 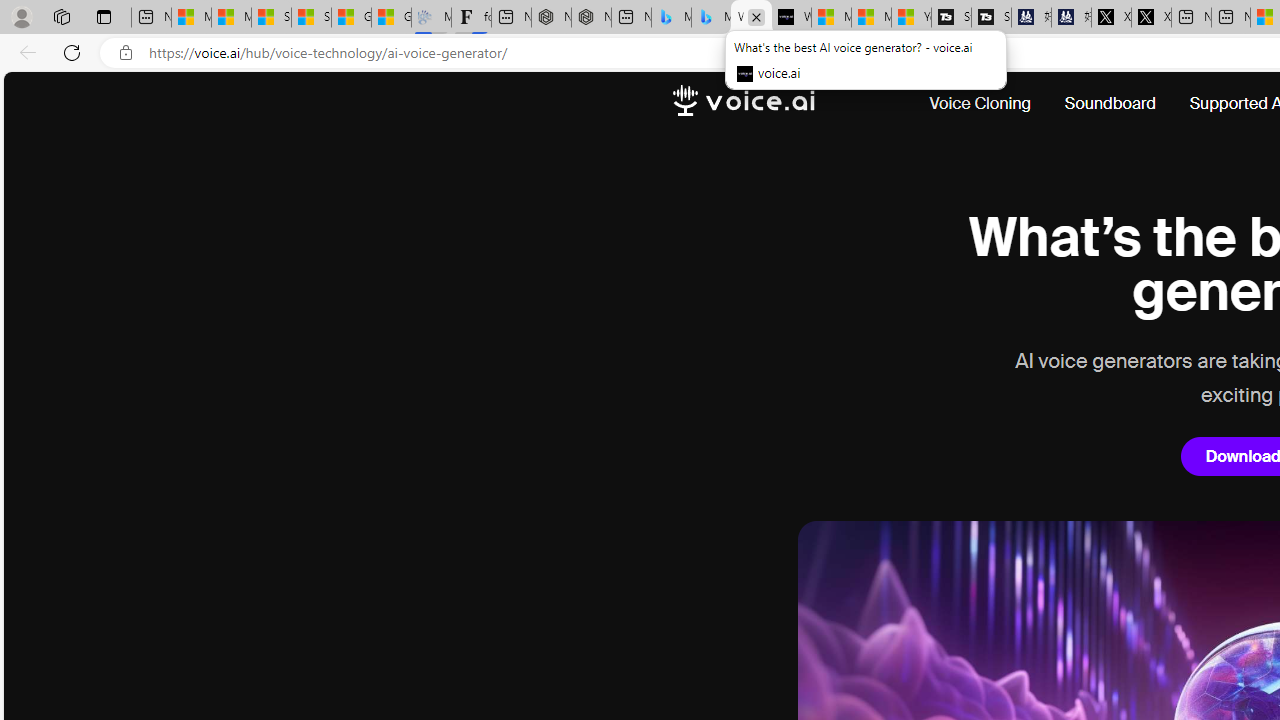 I want to click on 'Streaming Coverage | T3', so click(x=950, y=17).